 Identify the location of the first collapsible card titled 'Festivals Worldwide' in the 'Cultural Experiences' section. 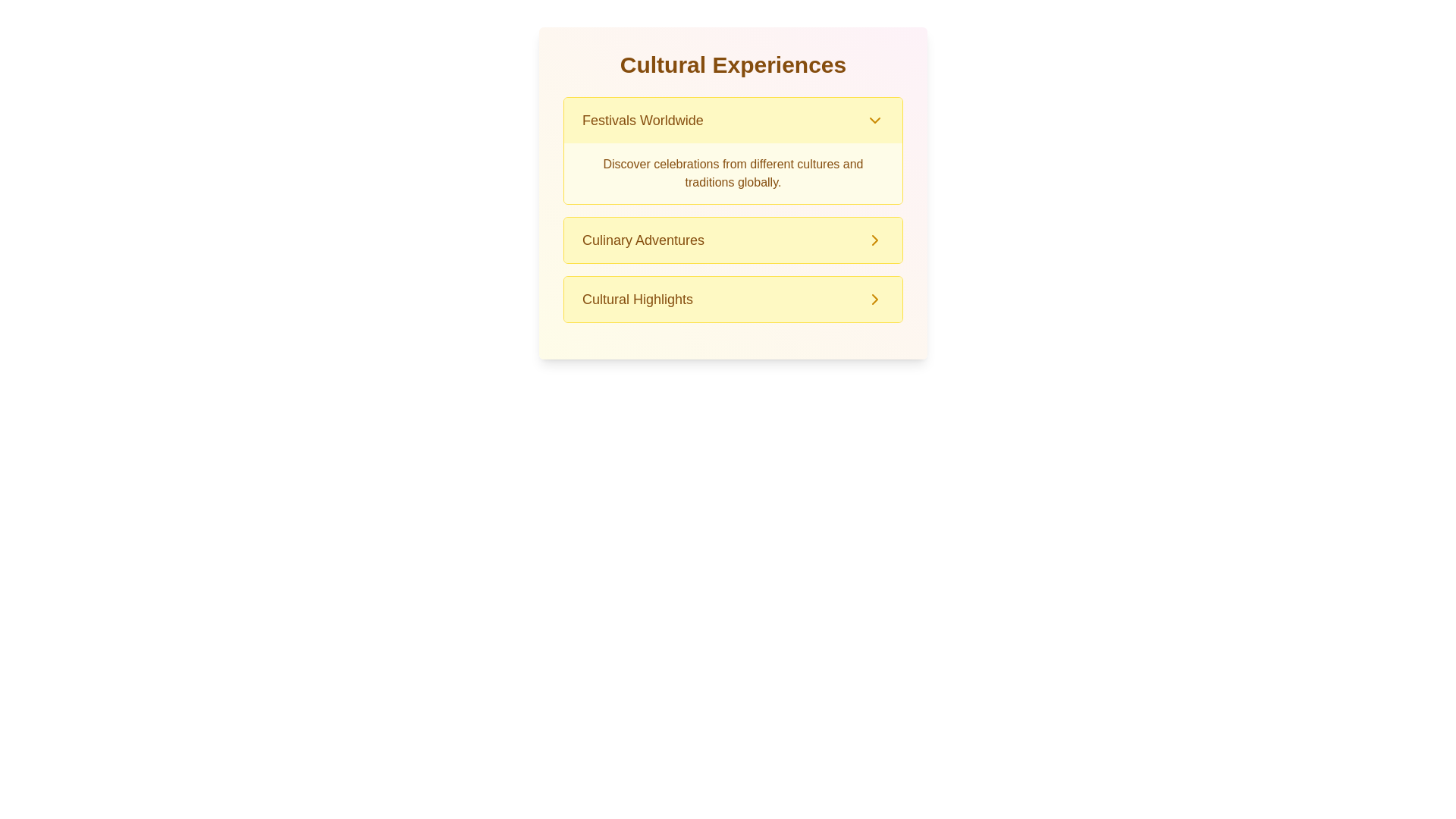
(733, 151).